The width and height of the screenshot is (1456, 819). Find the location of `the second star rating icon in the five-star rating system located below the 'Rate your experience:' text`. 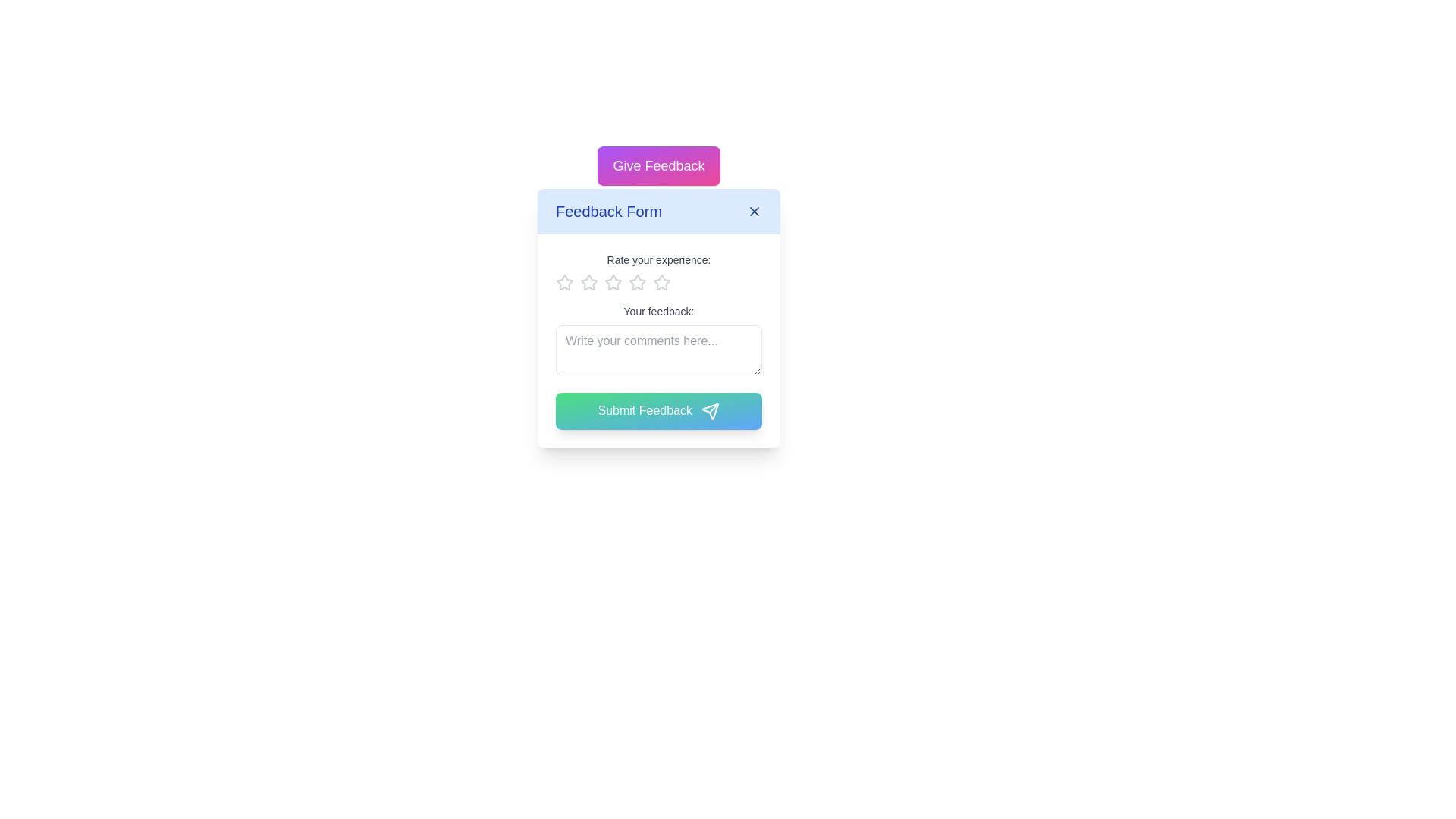

the second star rating icon in the five-star rating system located below the 'Rate your experience:' text is located at coordinates (637, 282).